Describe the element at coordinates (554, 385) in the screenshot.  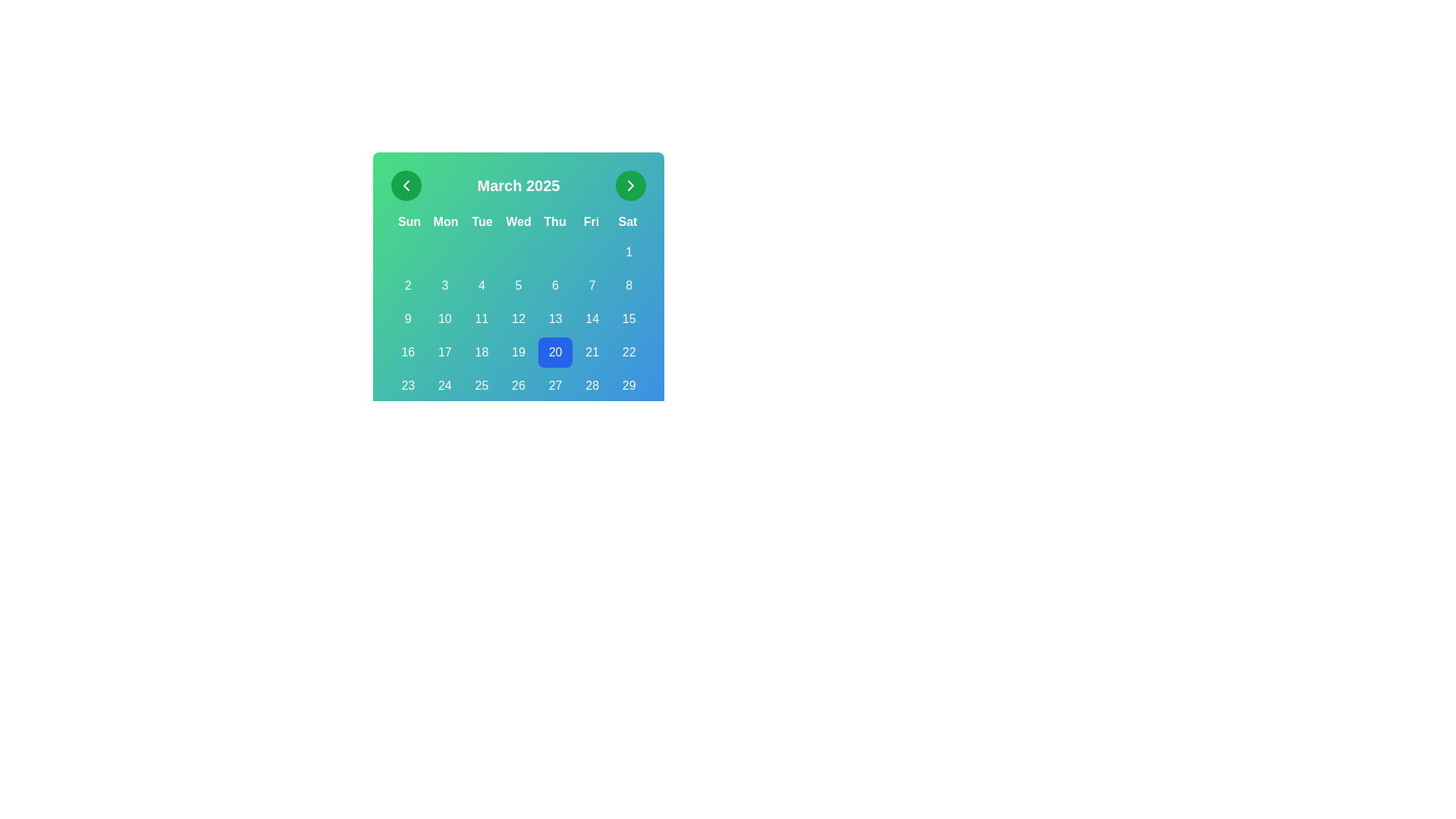
I see `the button displaying the number '27', which is a rectangular clickable block with a rounded border` at that location.